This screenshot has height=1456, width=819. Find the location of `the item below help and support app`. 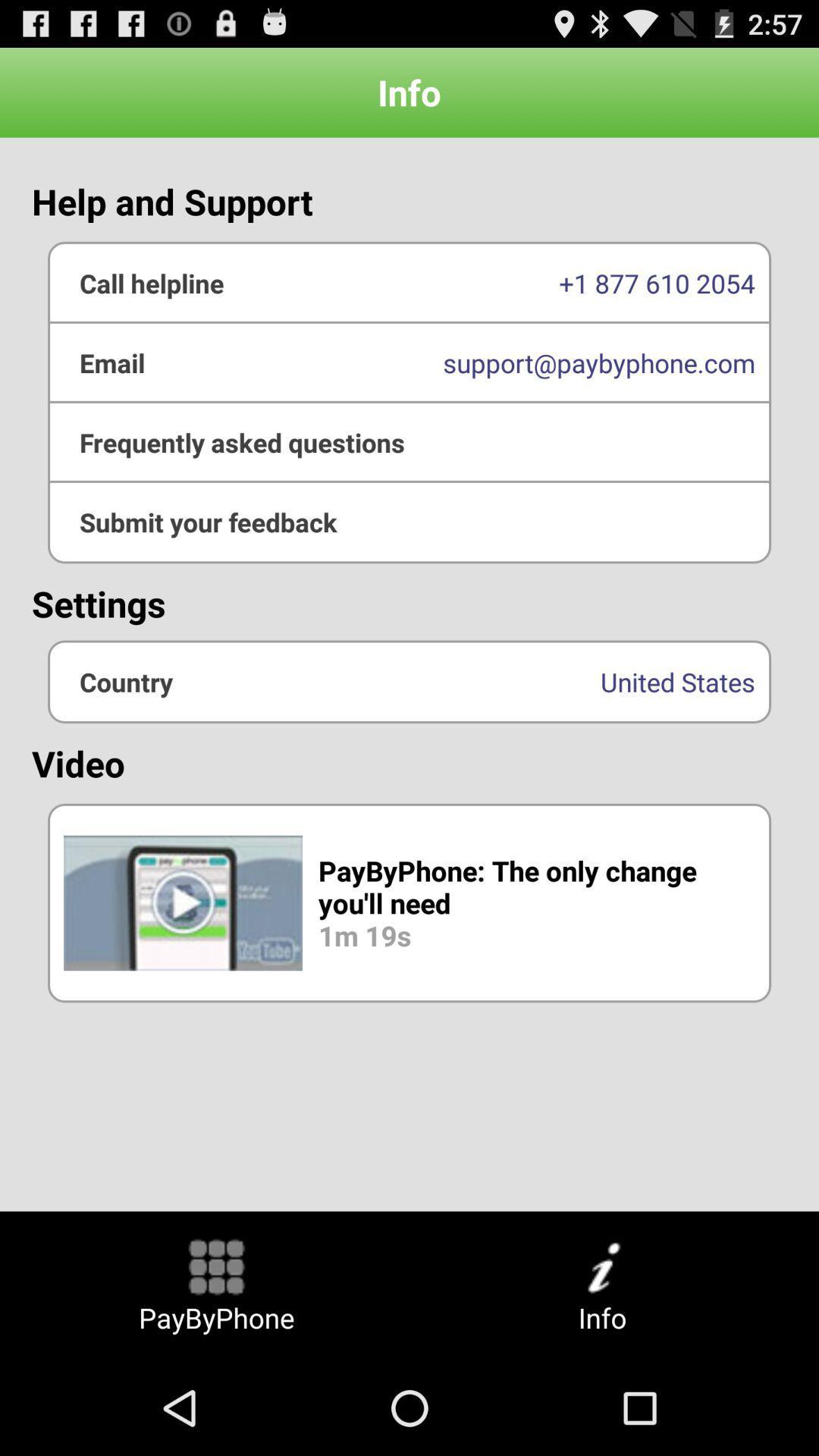

the item below help and support app is located at coordinates (409, 362).